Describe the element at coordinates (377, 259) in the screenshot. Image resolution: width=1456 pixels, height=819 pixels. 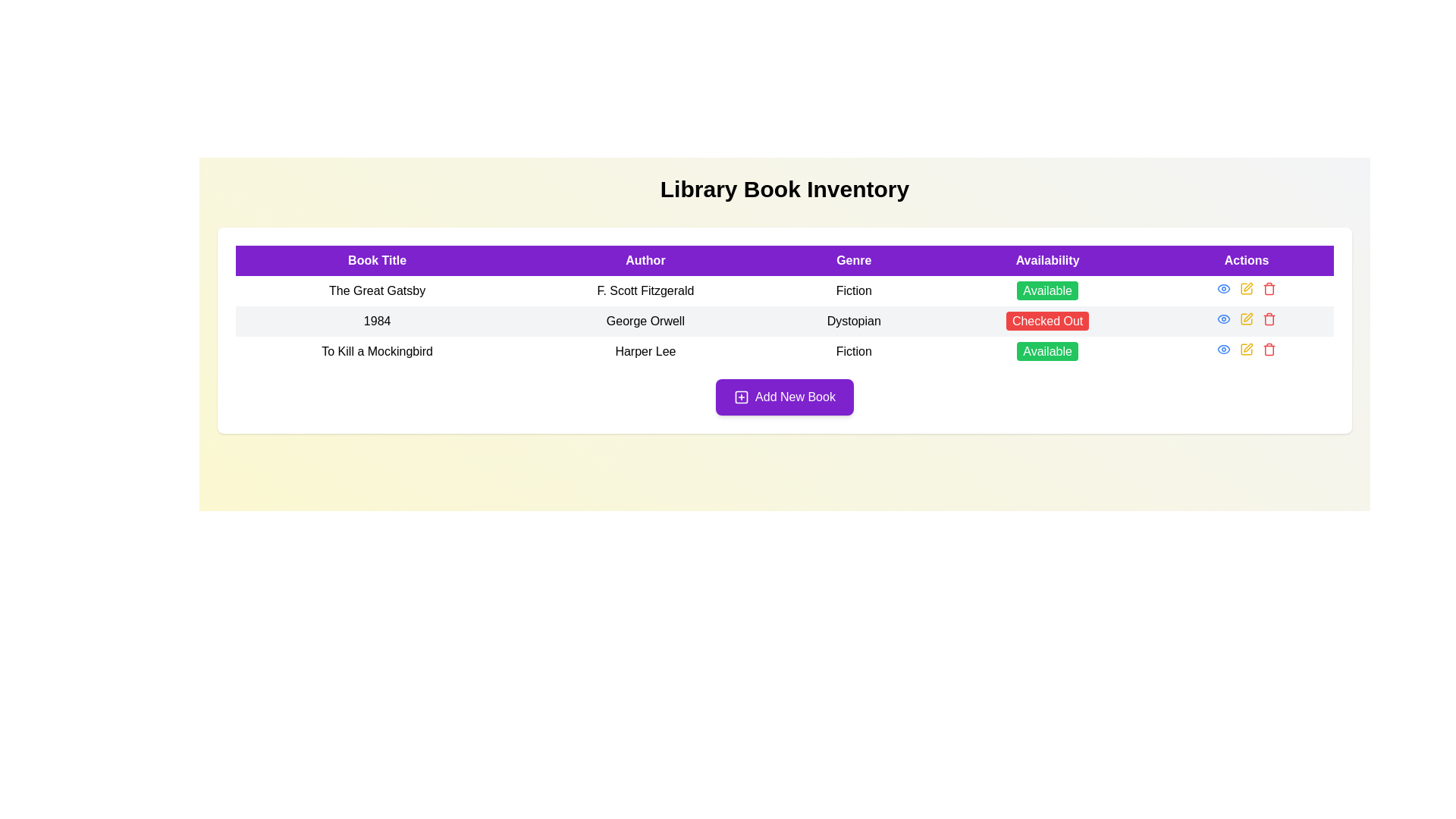
I see `the 'Book Title' label element, which is a rectangular text field displaying the words 'Book Title' in white on a purple background, located at the leftmost position of a horizontal row of headers` at that location.